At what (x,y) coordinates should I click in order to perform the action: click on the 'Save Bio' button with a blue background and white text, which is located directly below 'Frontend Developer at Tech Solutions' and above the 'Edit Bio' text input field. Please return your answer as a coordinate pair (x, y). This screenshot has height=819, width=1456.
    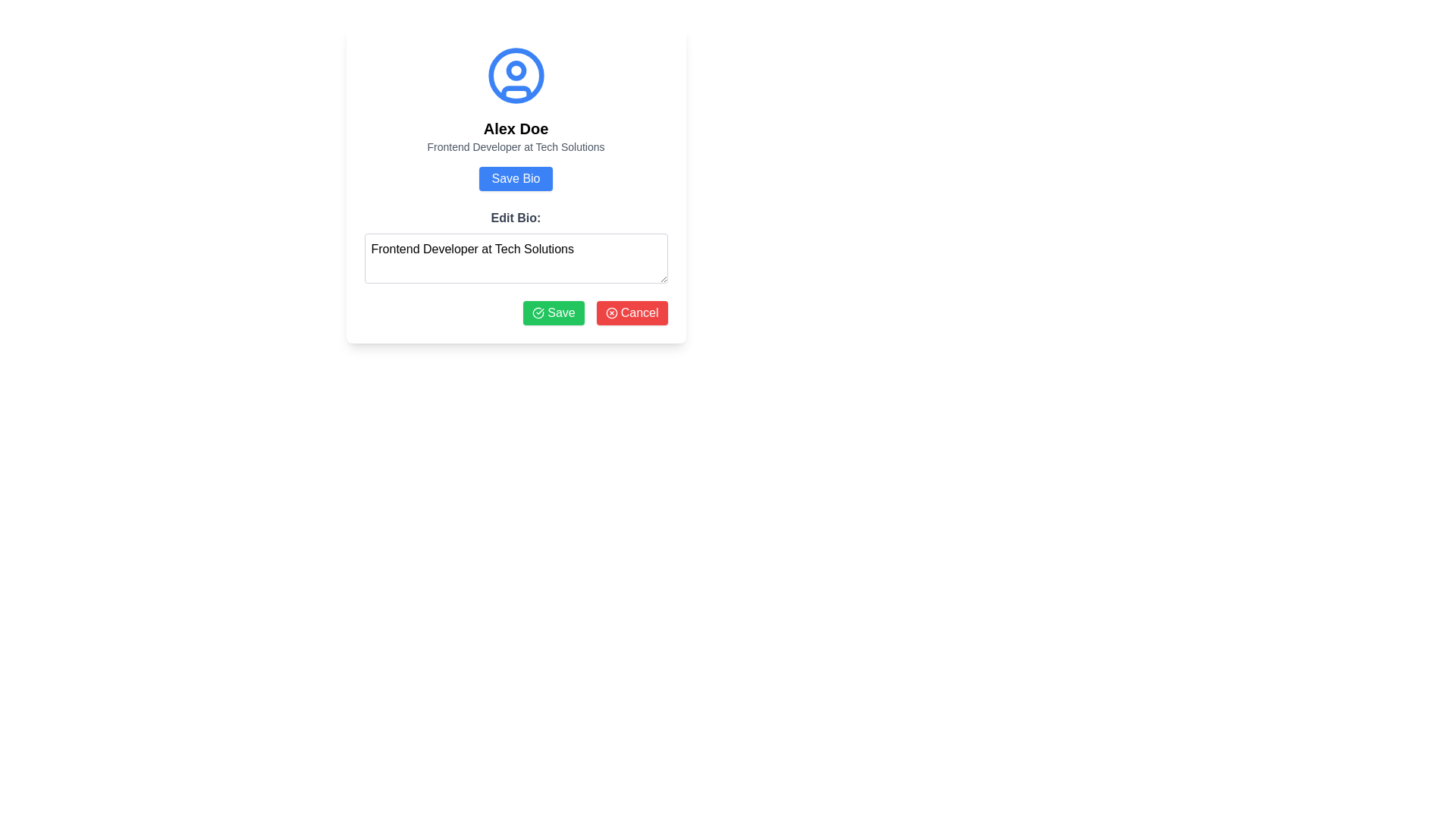
    Looking at the image, I should click on (516, 177).